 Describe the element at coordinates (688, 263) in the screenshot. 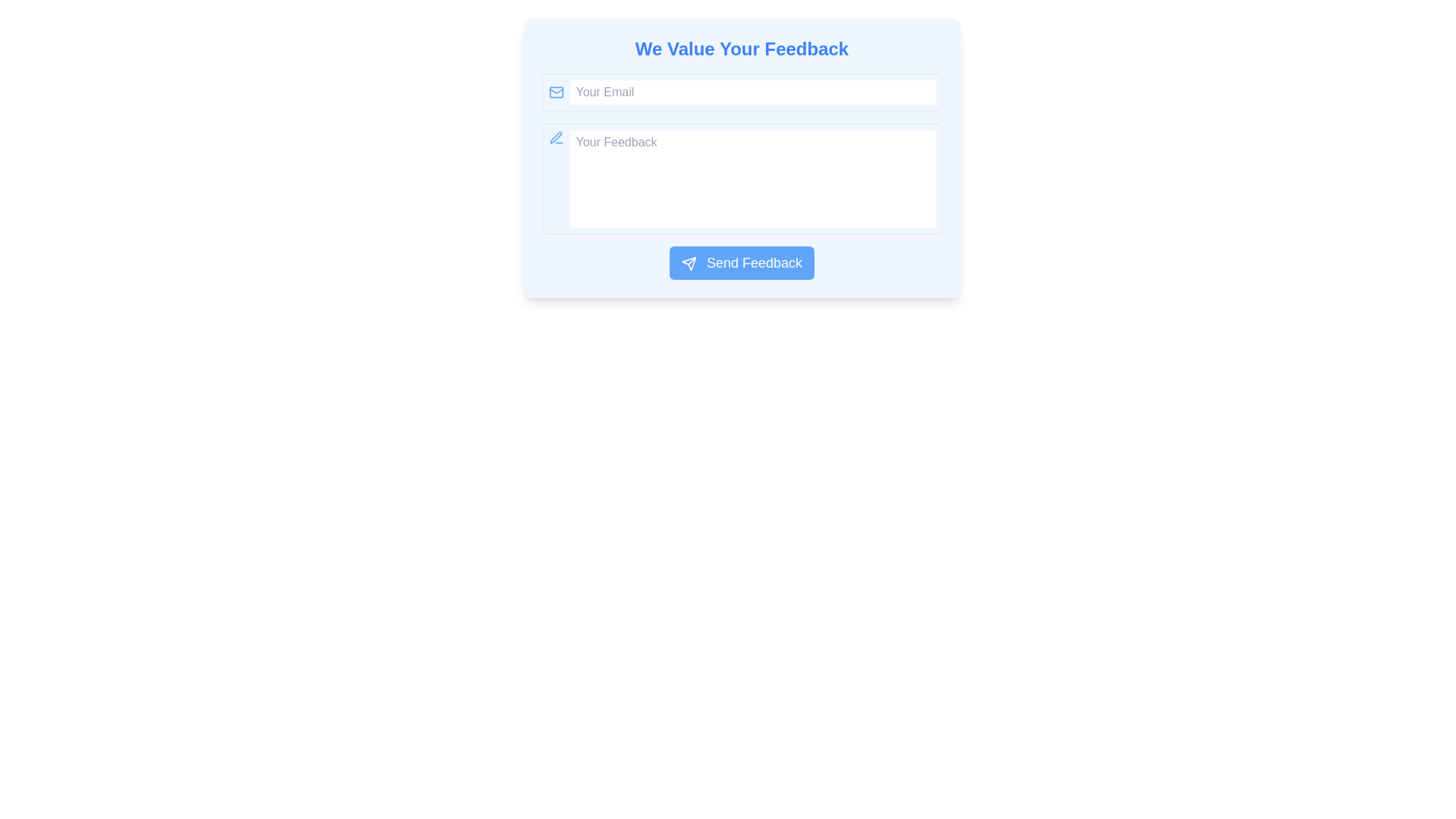

I see `the icon representing sending or forwarding an item, which is located in the 'Send Feedback' button area, just above the text label` at that location.